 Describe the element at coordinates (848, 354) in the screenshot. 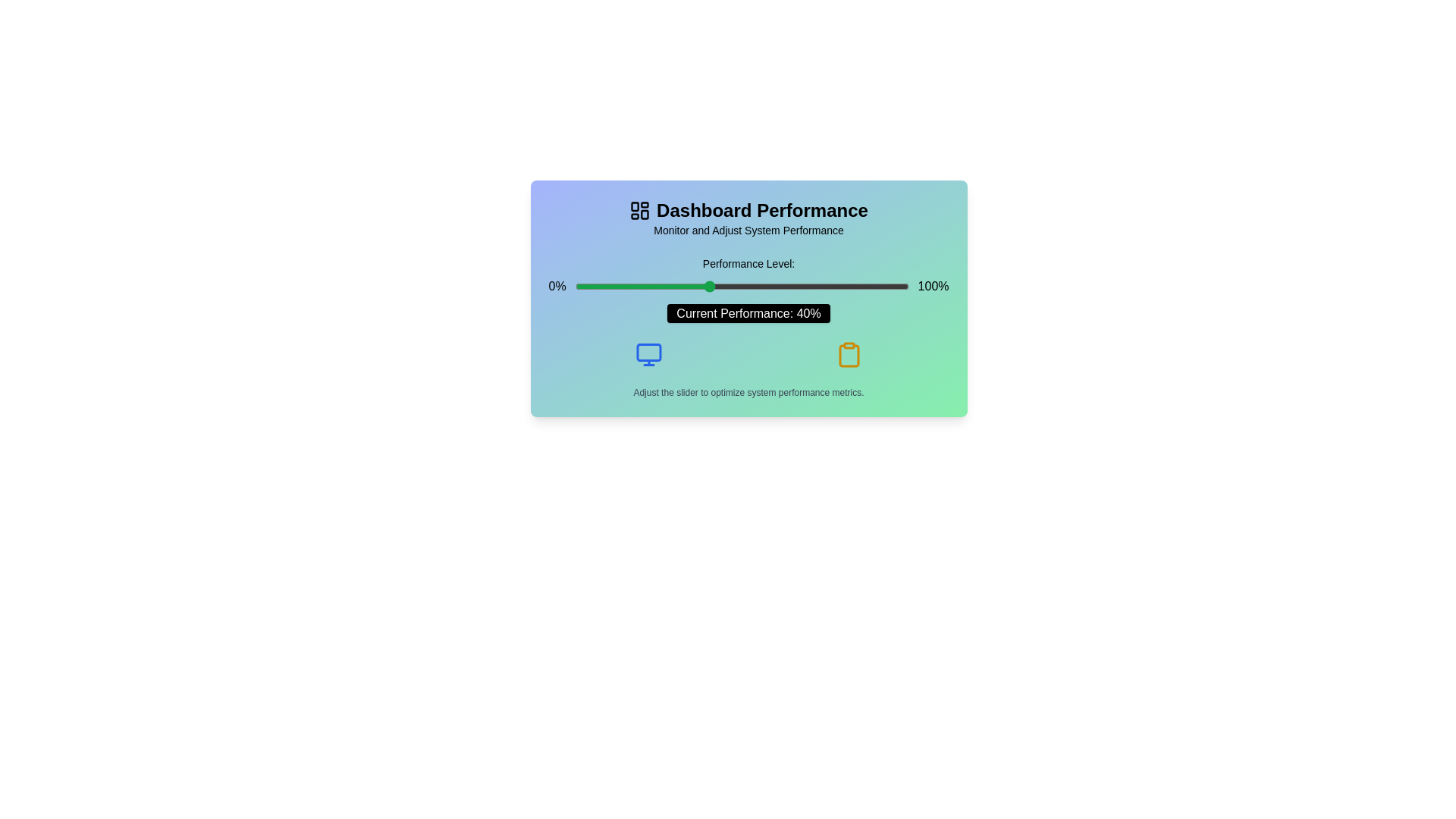

I see `the icon labeled Clipboard below the slider` at that location.